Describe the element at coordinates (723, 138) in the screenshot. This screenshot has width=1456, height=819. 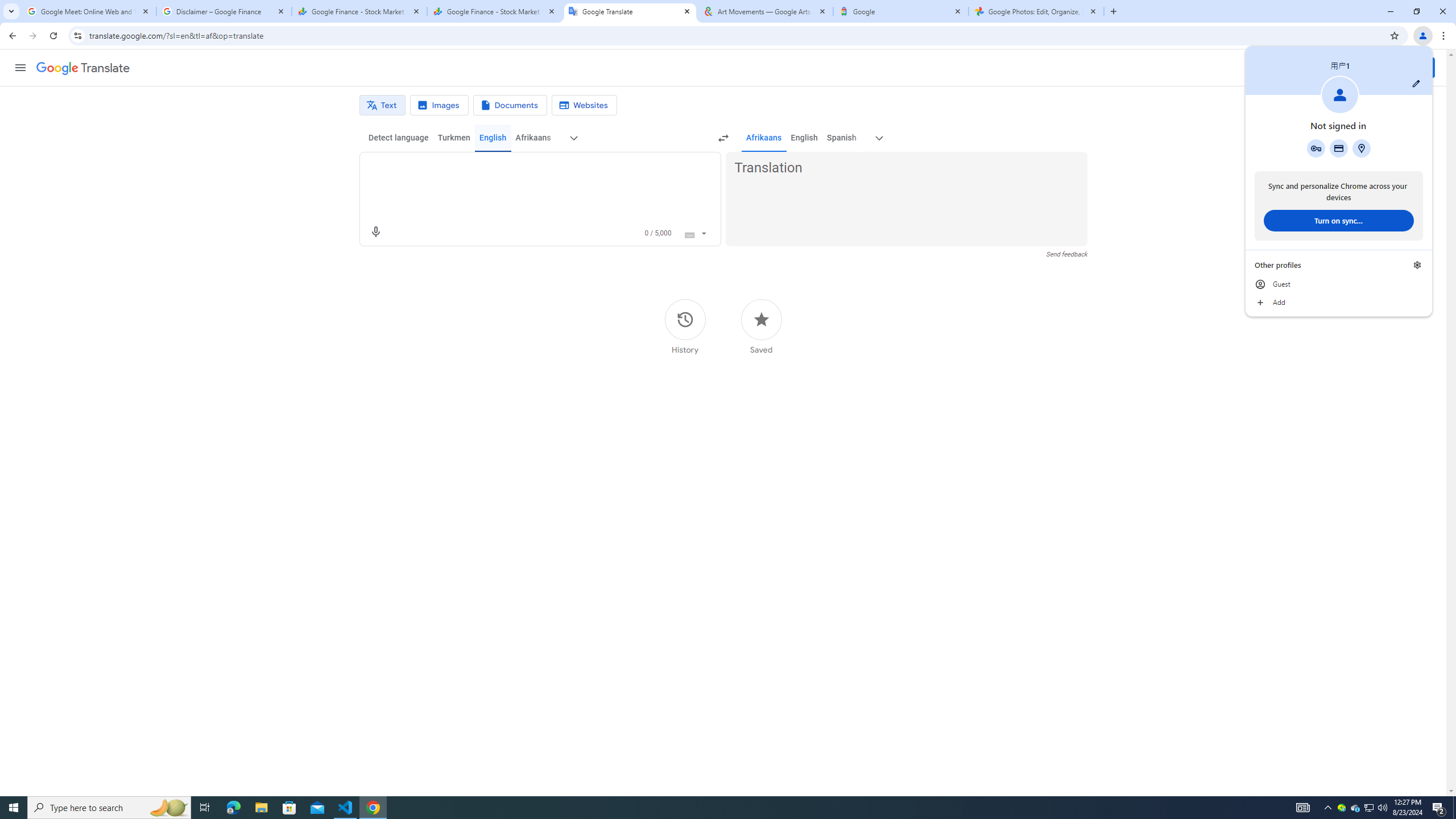
I see `'Swap languages (Ctrl+Shift+S)'` at that location.